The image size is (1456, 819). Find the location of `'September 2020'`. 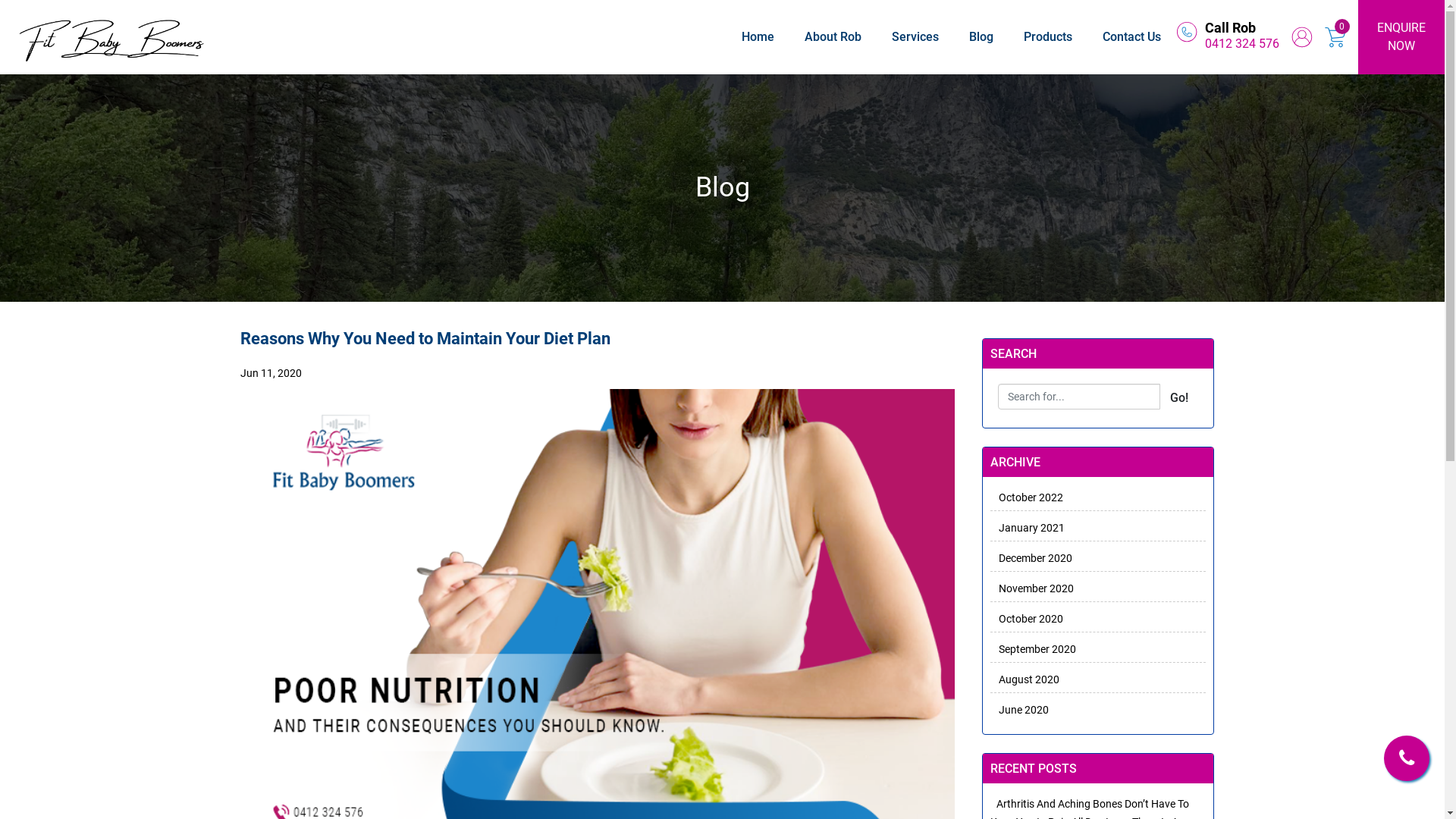

'September 2020' is located at coordinates (990, 648).